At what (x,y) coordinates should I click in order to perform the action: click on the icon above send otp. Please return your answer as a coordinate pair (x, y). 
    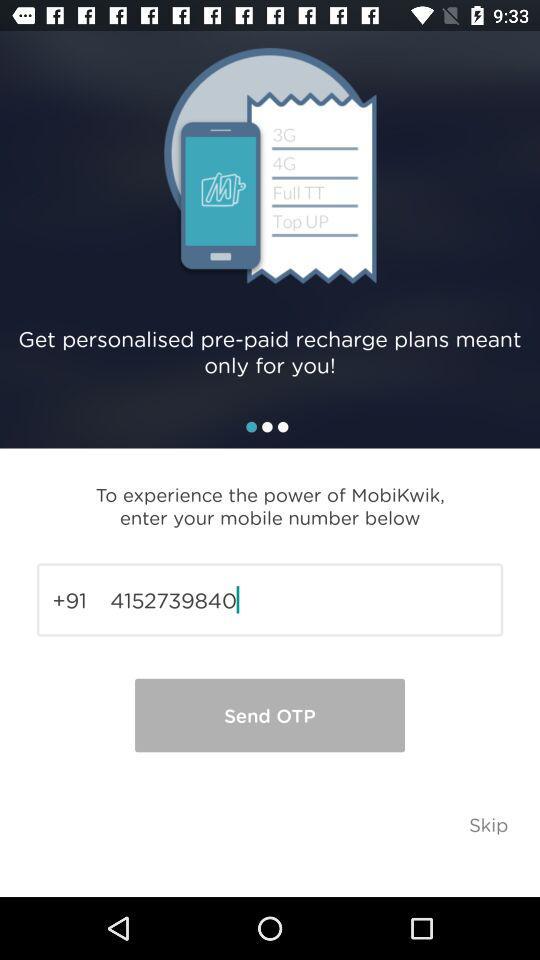
    Looking at the image, I should click on (270, 600).